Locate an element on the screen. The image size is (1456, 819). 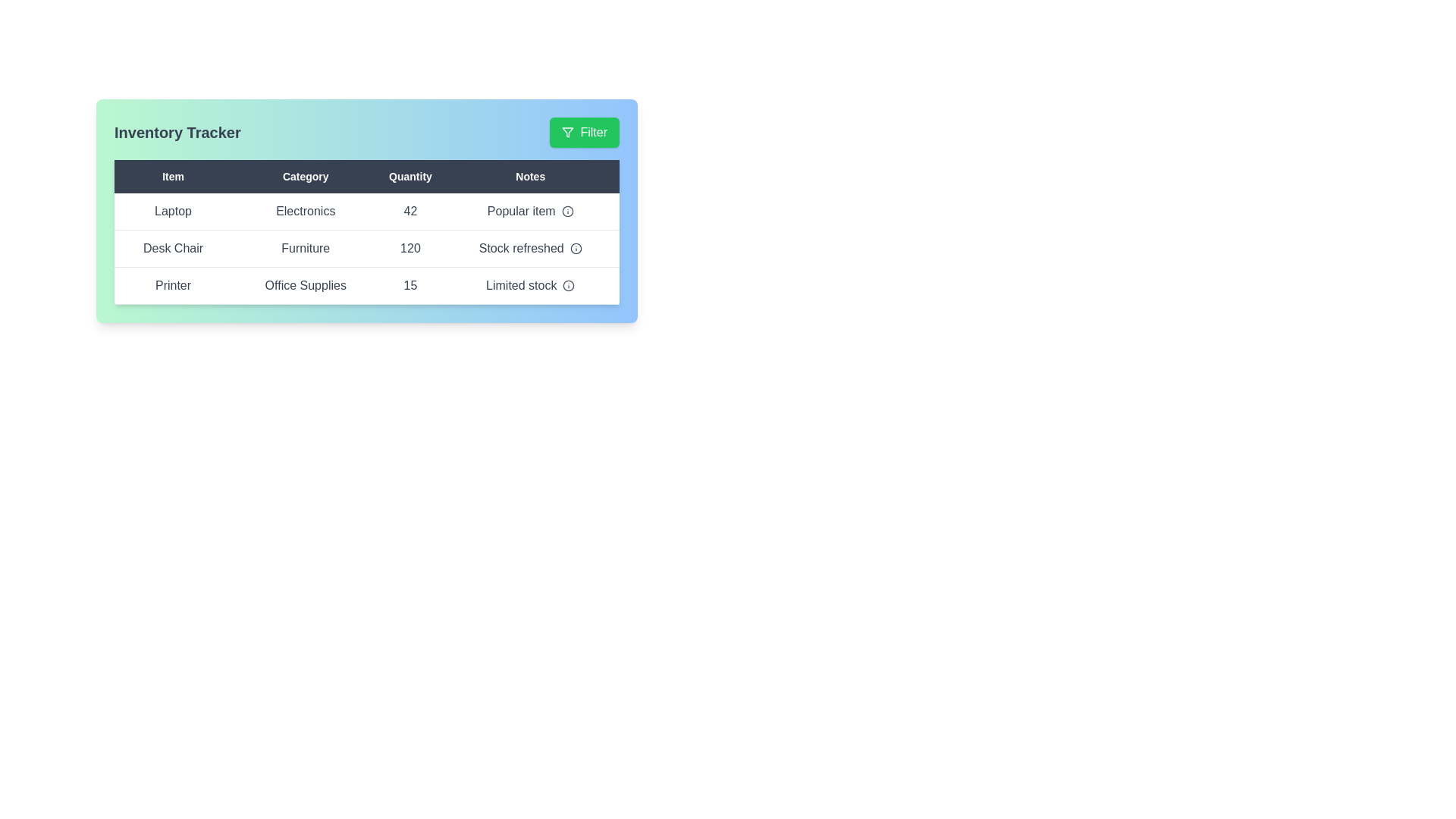
the cell containing 15 to select its text is located at coordinates (410, 286).